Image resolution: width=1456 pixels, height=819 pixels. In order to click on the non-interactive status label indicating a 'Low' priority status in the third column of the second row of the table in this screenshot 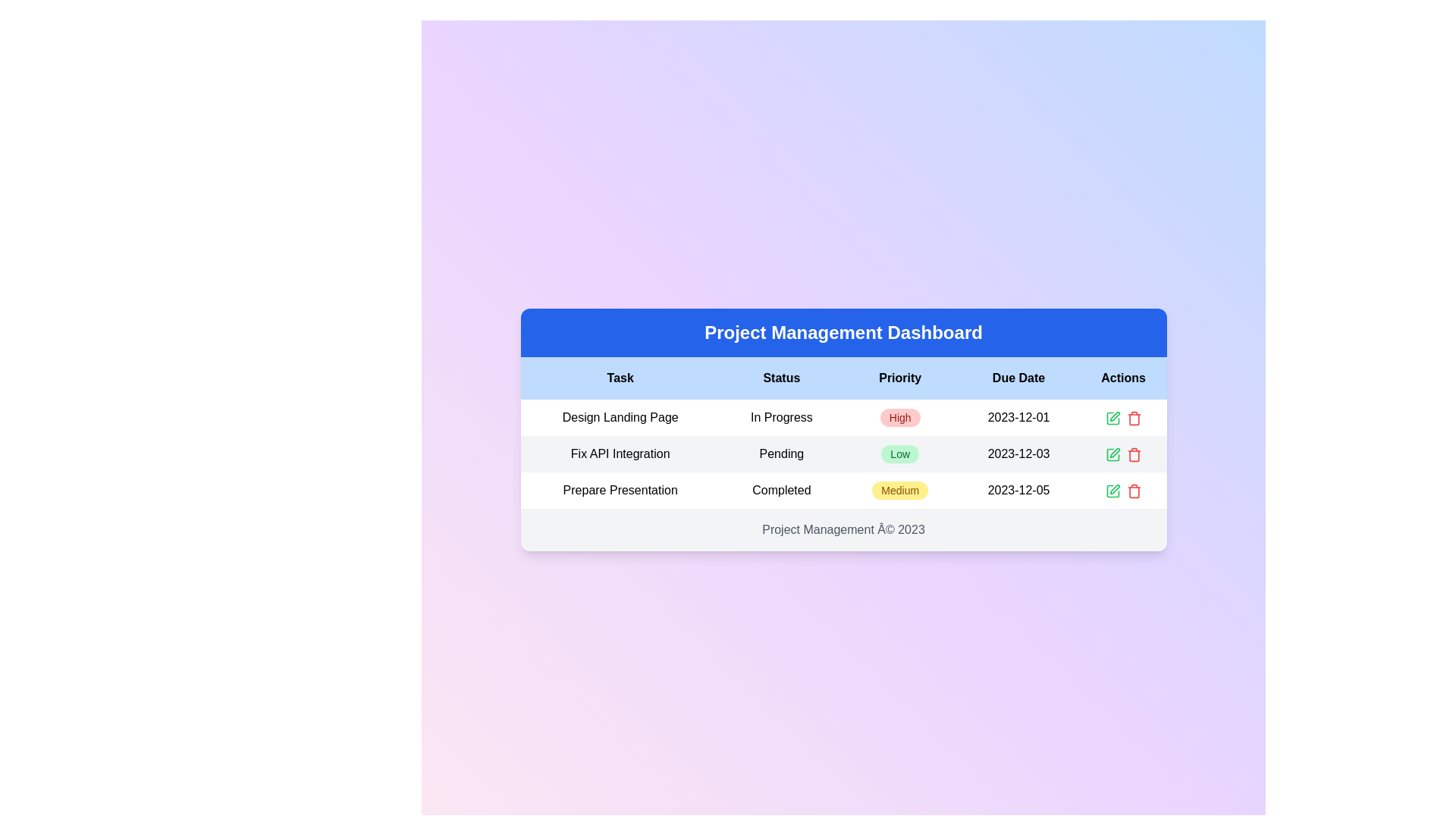, I will do `click(900, 453)`.